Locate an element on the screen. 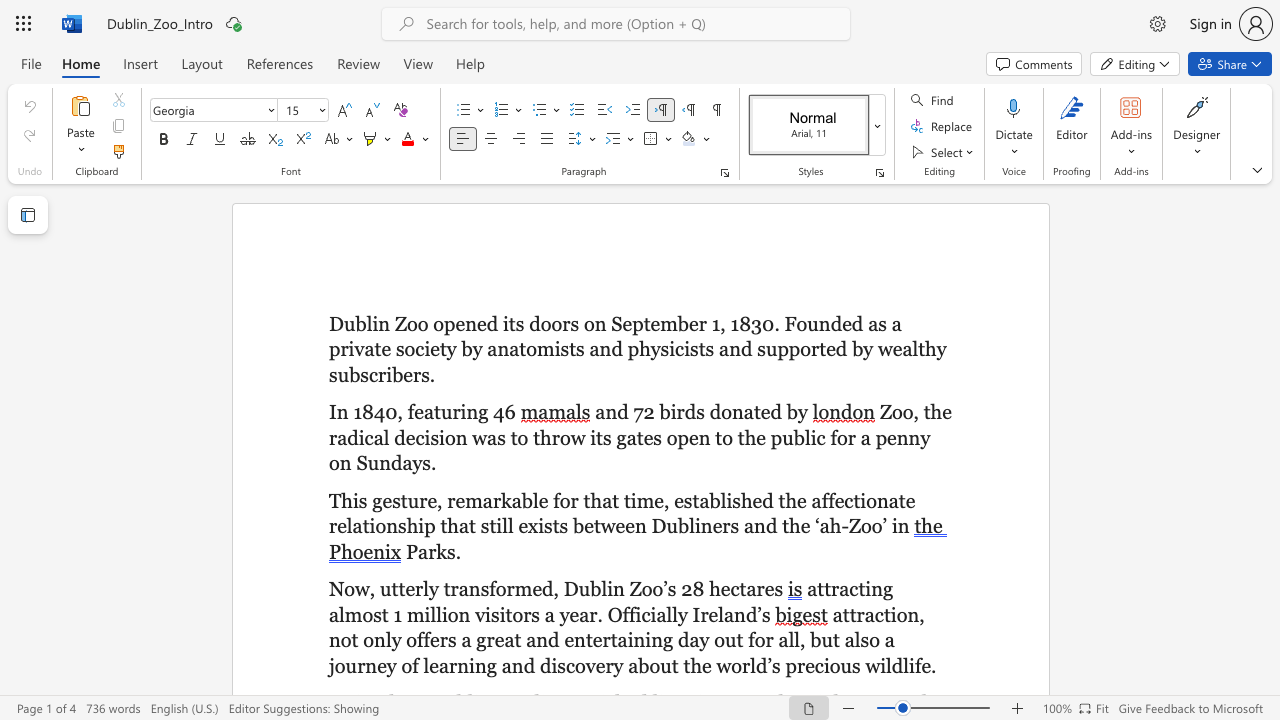  the subset text "establish" within the text "established" is located at coordinates (674, 499).